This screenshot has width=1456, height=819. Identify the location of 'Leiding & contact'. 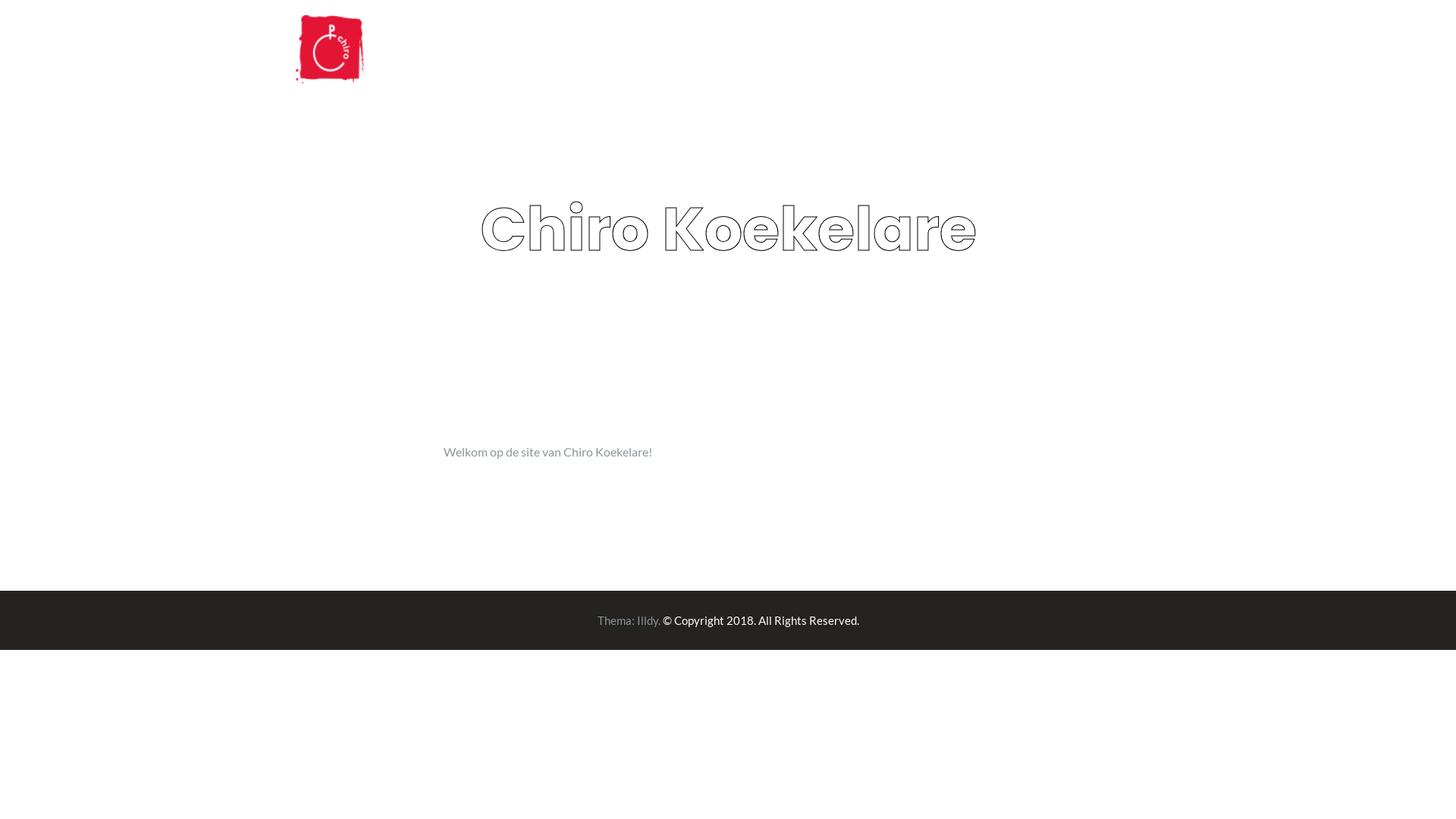
(786, 51).